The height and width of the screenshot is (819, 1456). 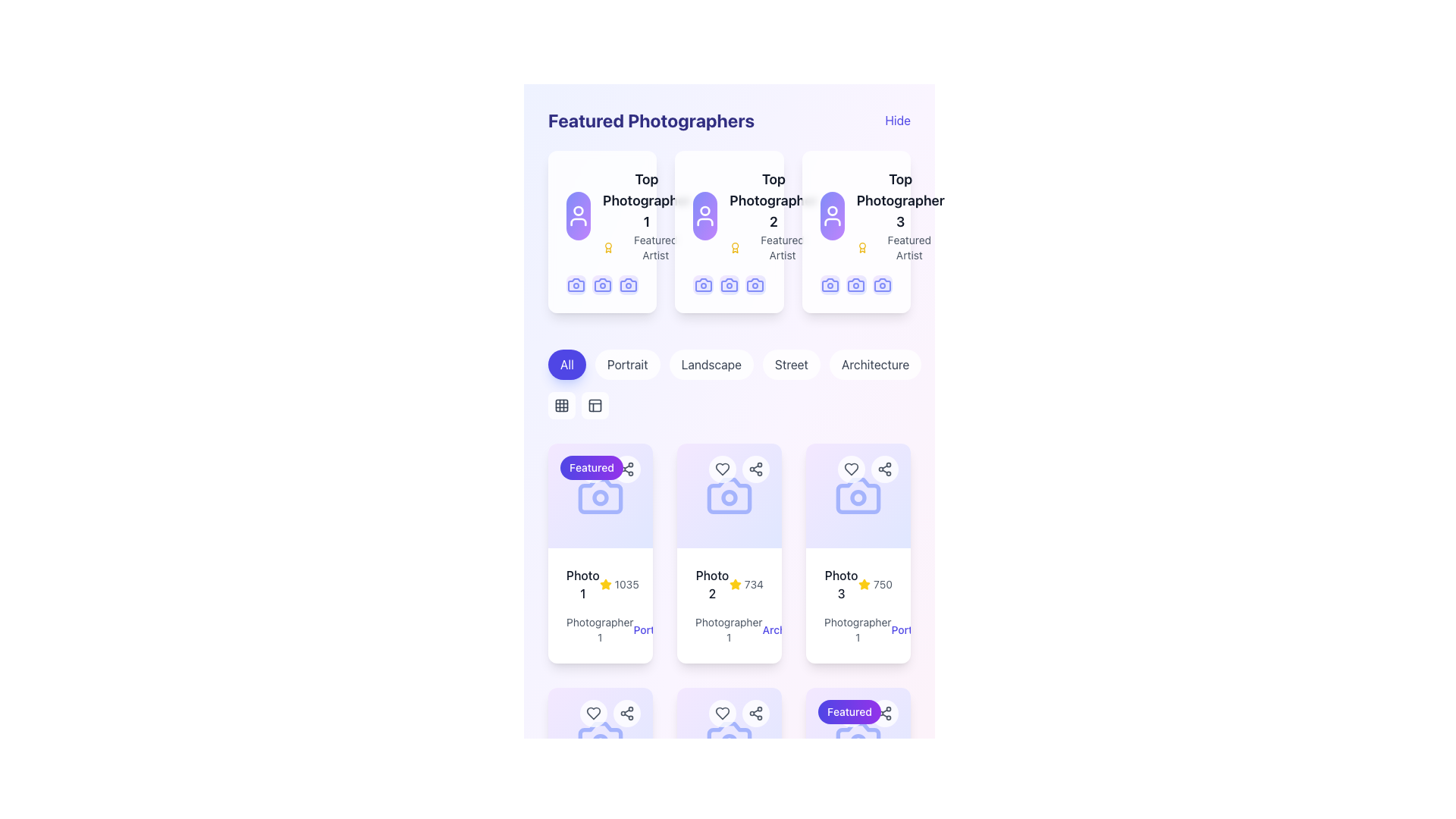 What do you see at coordinates (647, 247) in the screenshot?
I see `the small yellow award icon next to the 'Featured Artist' text in the bottom section of the 'Top Photographer 1' card` at bounding box center [647, 247].